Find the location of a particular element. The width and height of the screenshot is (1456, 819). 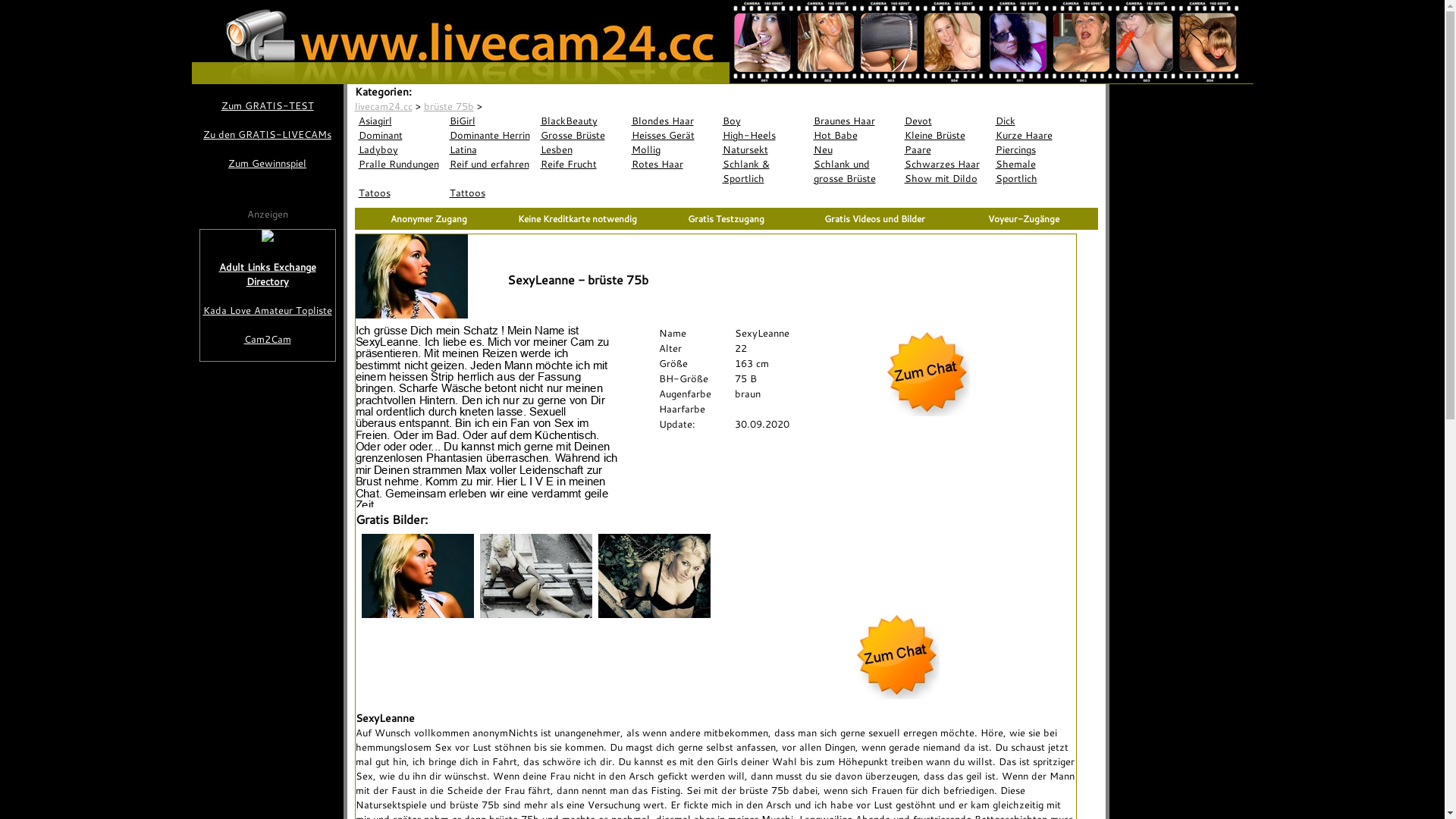

'Reif und erfahren' is located at coordinates (491, 164).